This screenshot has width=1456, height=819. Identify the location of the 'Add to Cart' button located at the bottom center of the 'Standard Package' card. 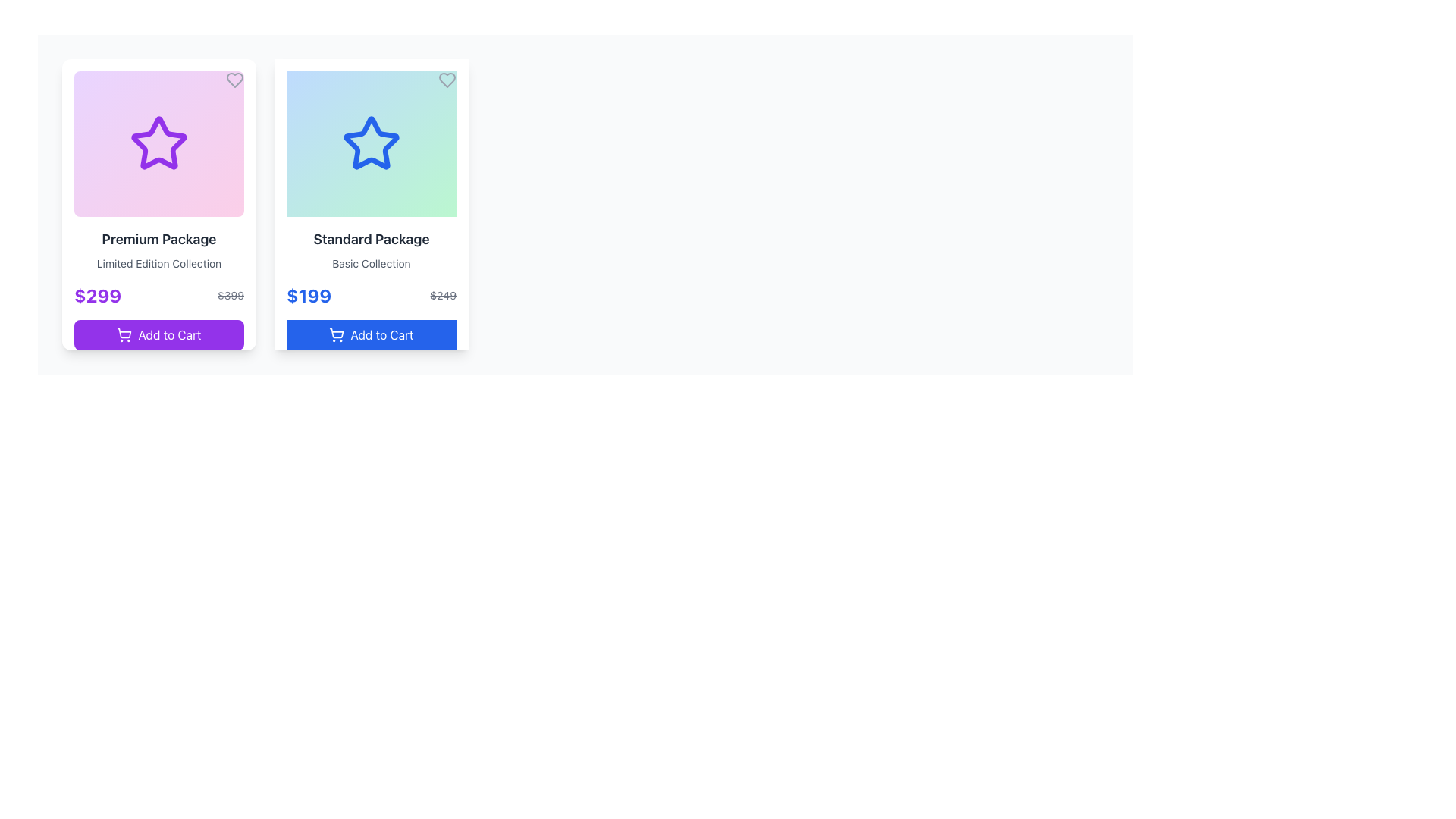
(371, 334).